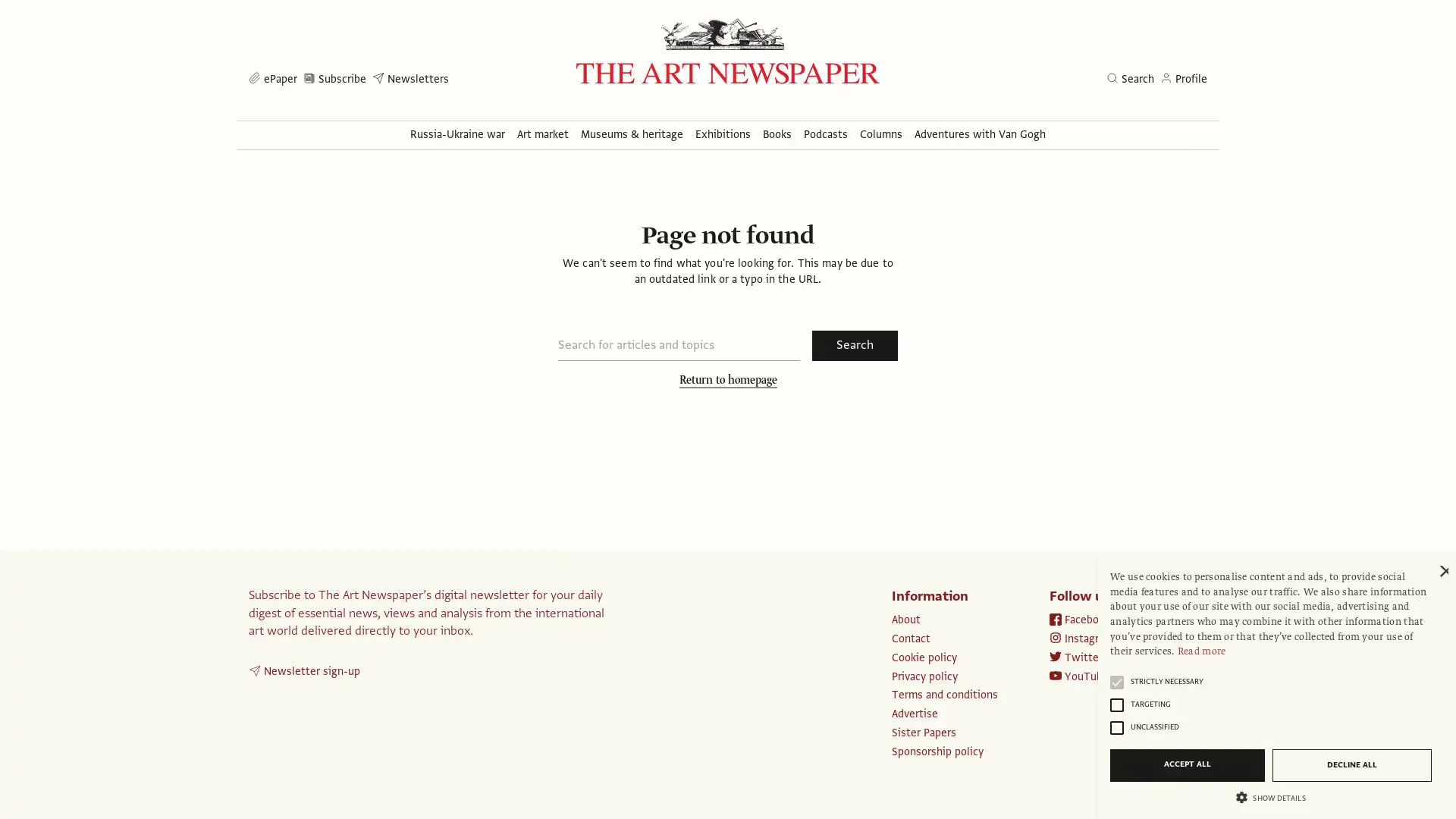 This screenshot has width=1456, height=819. What do you see at coordinates (1351, 764) in the screenshot?
I see `DECLINE ALL` at bounding box center [1351, 764].